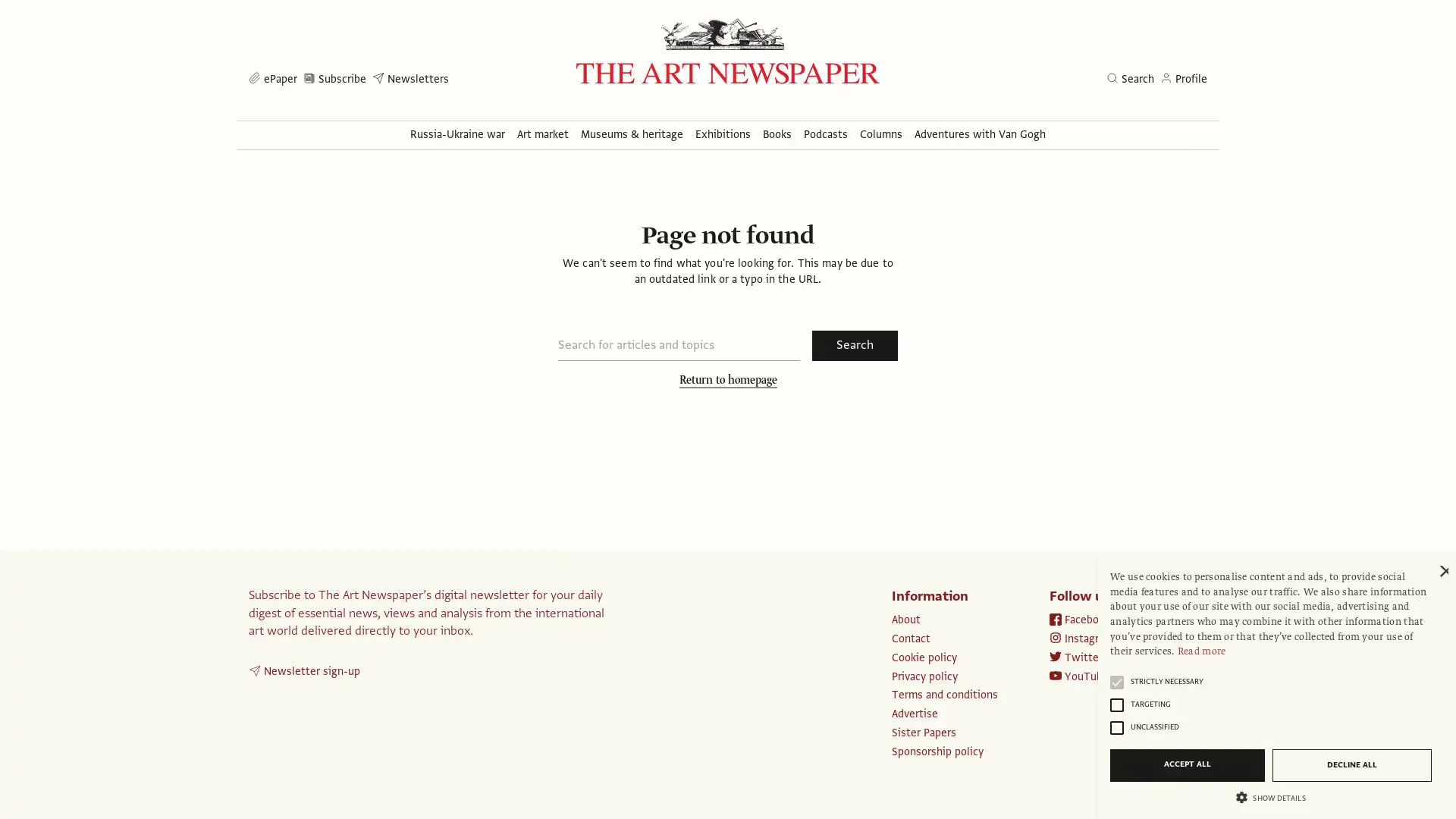 This screenshot has width=1456, height=819. What do you see at coordinates (1351, 764) in the screenshot?
I see `DECLINE ALL` at bounding box center [1351, 764].